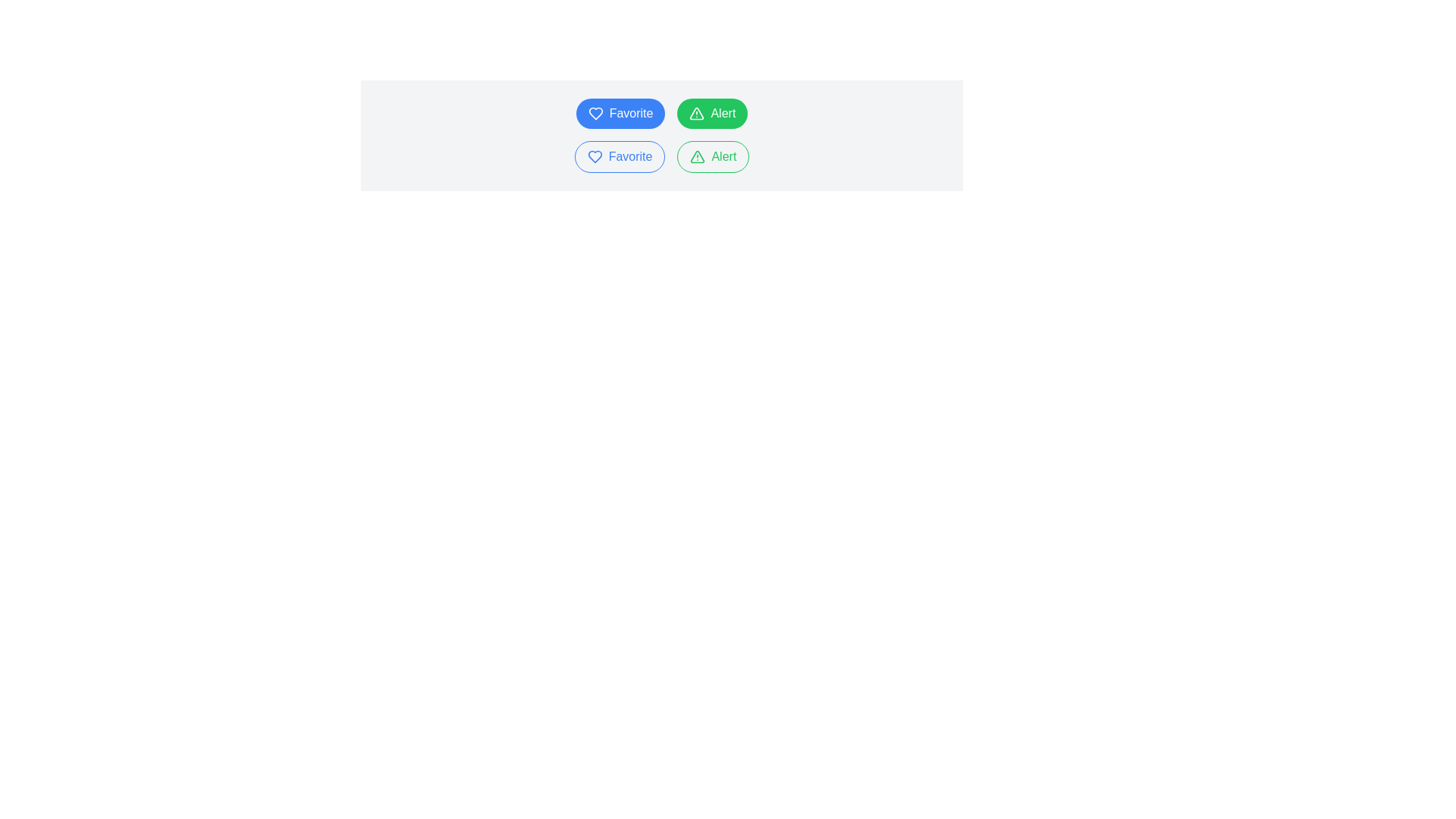  What do you see at coordinates (722, 113) in the screenshot?
I see `text label within the green button that informs users about alerts or warnings for accessibility information` at bounding box center [722, 113].